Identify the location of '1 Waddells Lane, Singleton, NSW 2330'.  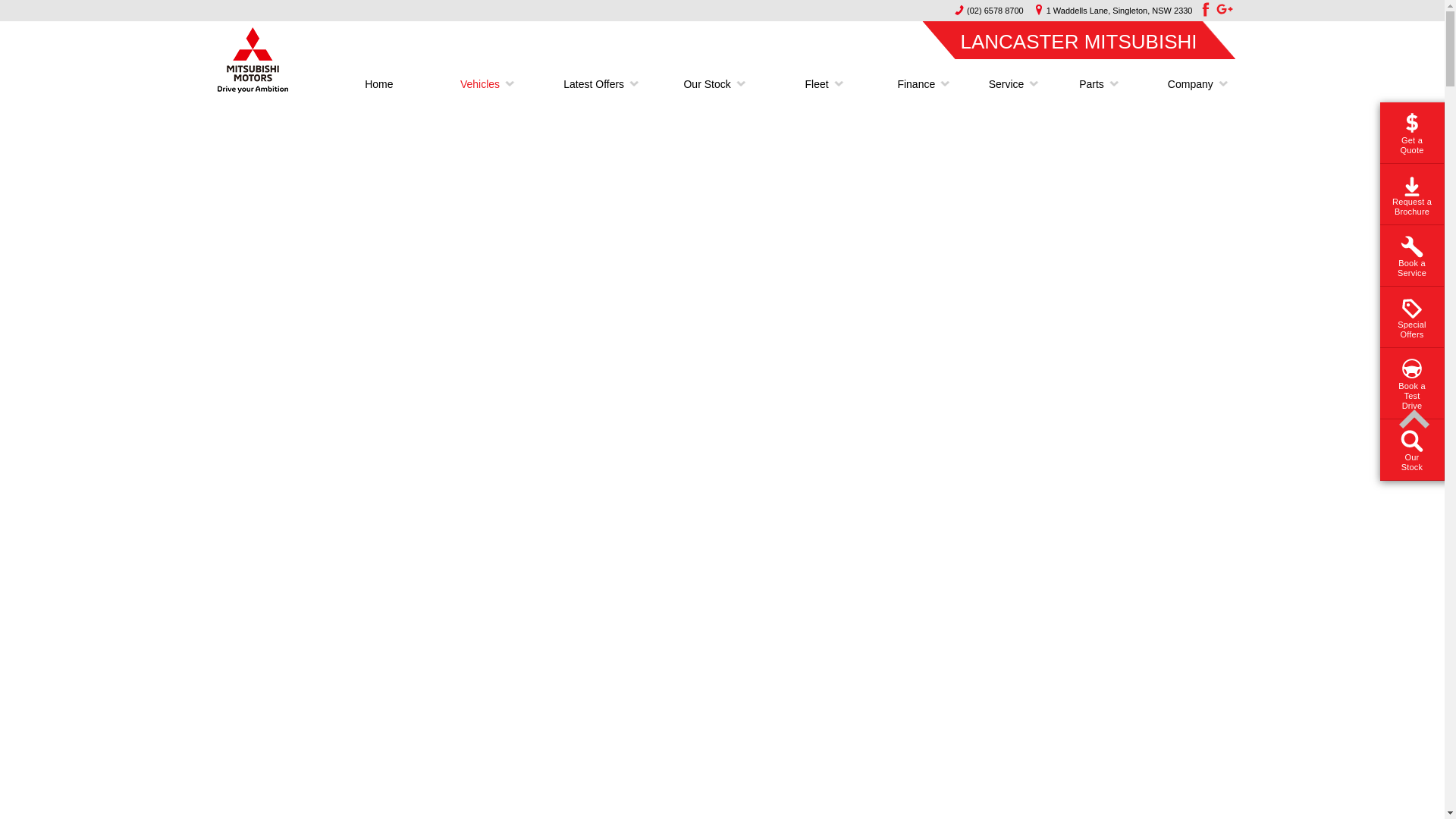
(1110, 11).